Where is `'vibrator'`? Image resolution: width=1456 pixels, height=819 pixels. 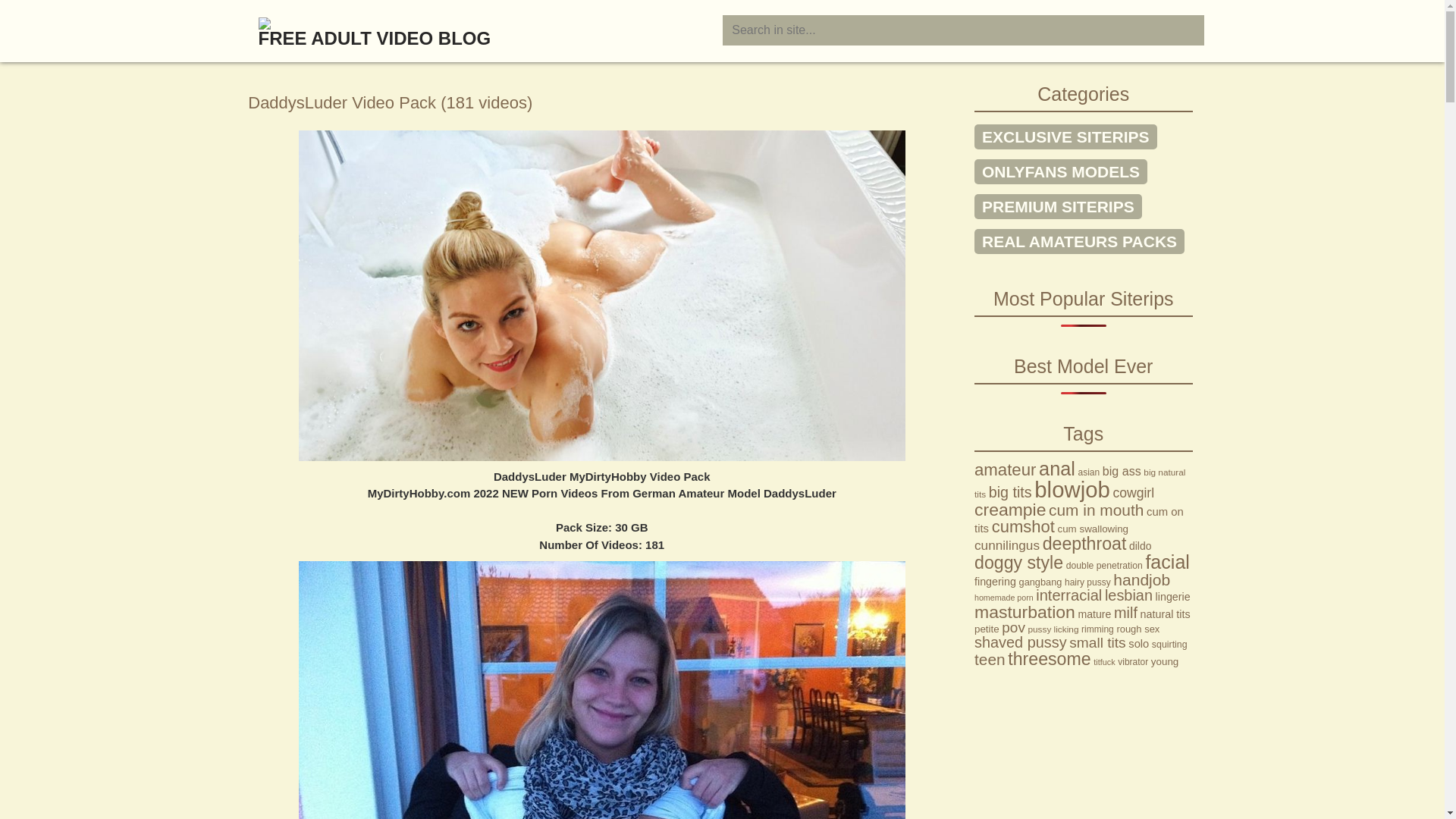
'vibrator' is located at coordinates (1117, 661).